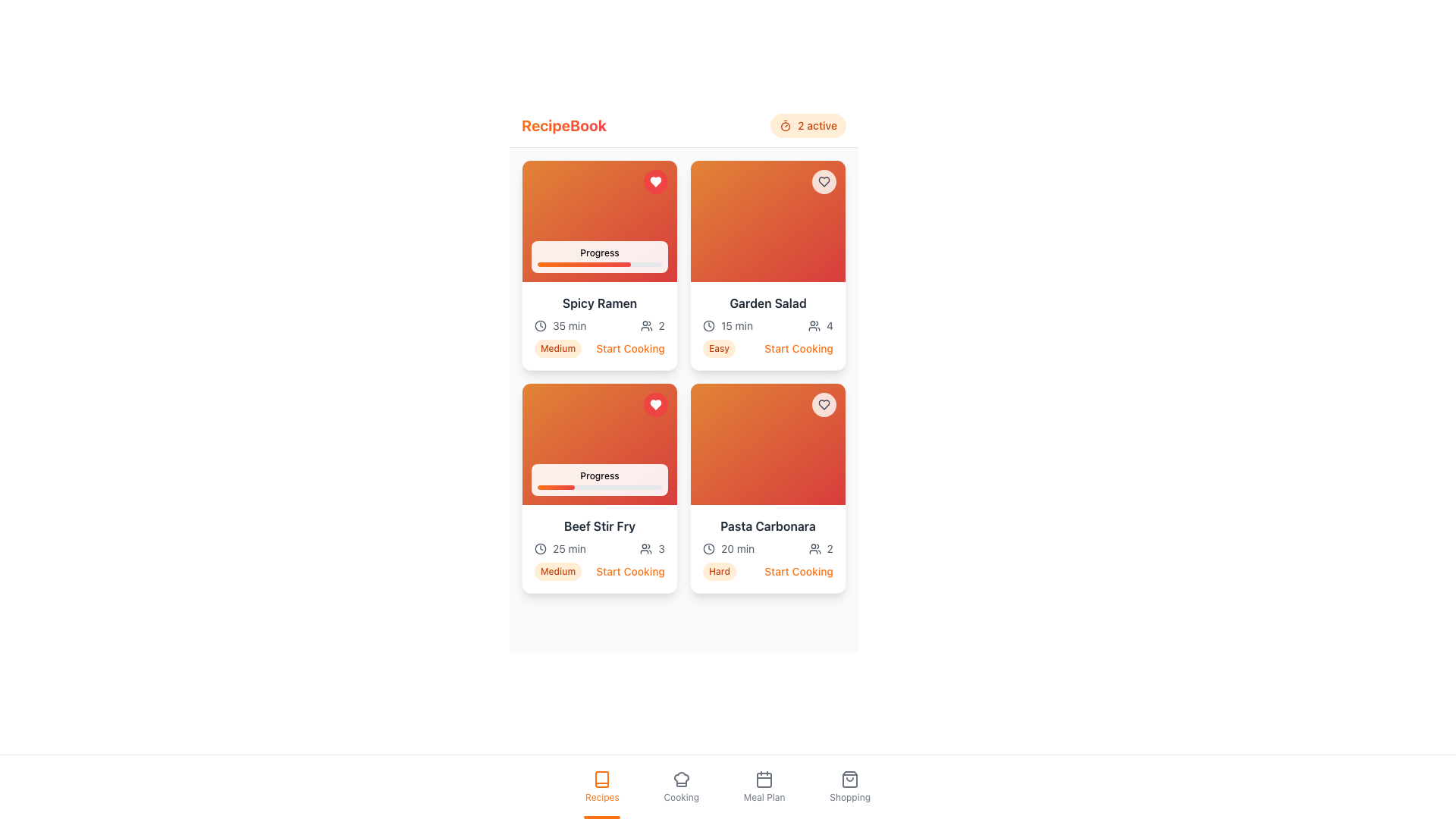 The width and height of the screenshot is (1456, 819). What do you see at coordinates (767, 571) in the screenshot?
I see `the 'Start Cooking' button located within the 'Pasta Carbonara' card, which features a badge labeled 'Hard' and is styled with a light orange background and orange text` at bounding box center [767, 571].